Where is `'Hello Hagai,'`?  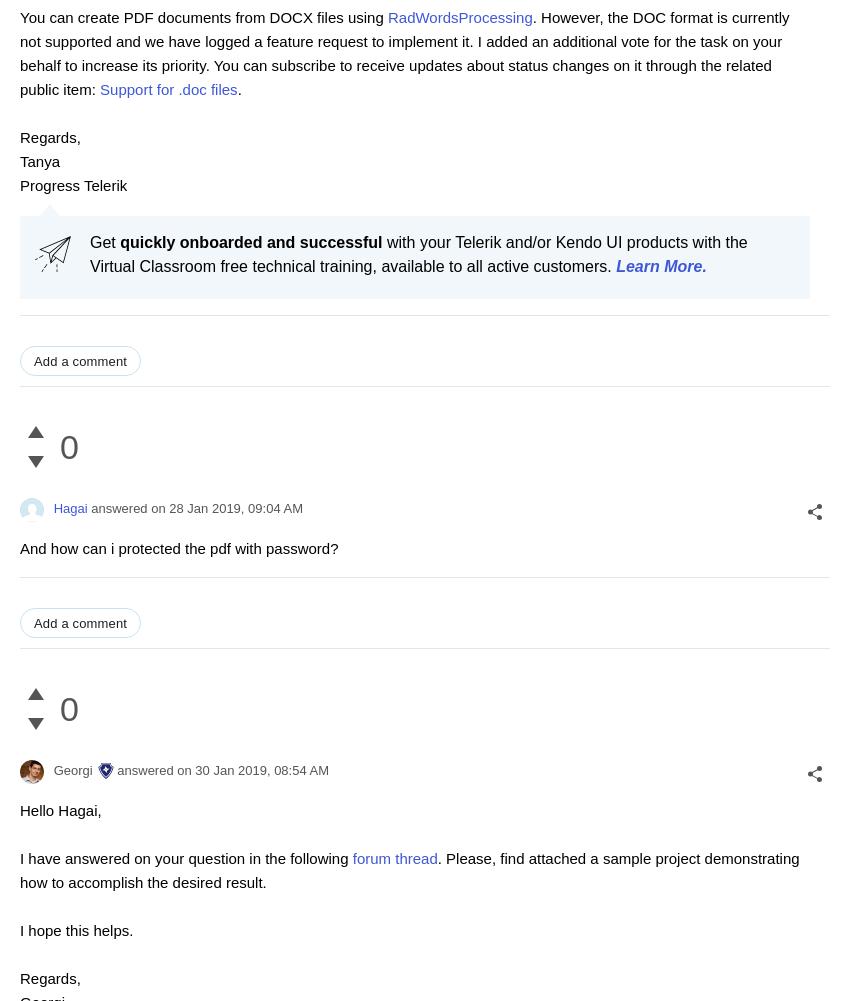
'Hello Hagai,' is located at coordinates (60, 809).